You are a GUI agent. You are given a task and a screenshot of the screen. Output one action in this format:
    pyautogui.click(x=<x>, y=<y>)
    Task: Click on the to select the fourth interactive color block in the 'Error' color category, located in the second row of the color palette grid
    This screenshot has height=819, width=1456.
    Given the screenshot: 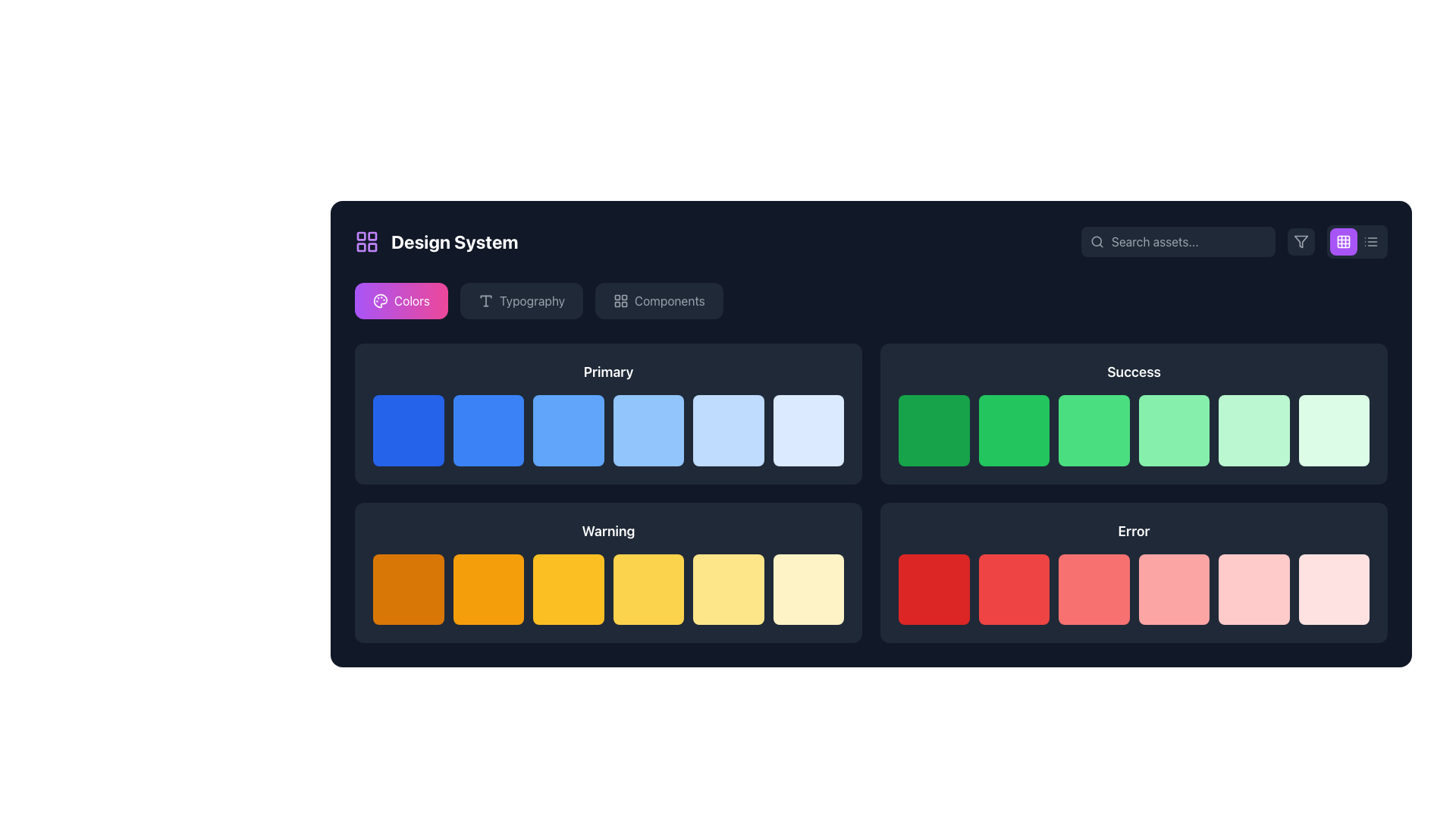 What is the action you would take?
    pyautogui.click(x=1173, y=588)
    